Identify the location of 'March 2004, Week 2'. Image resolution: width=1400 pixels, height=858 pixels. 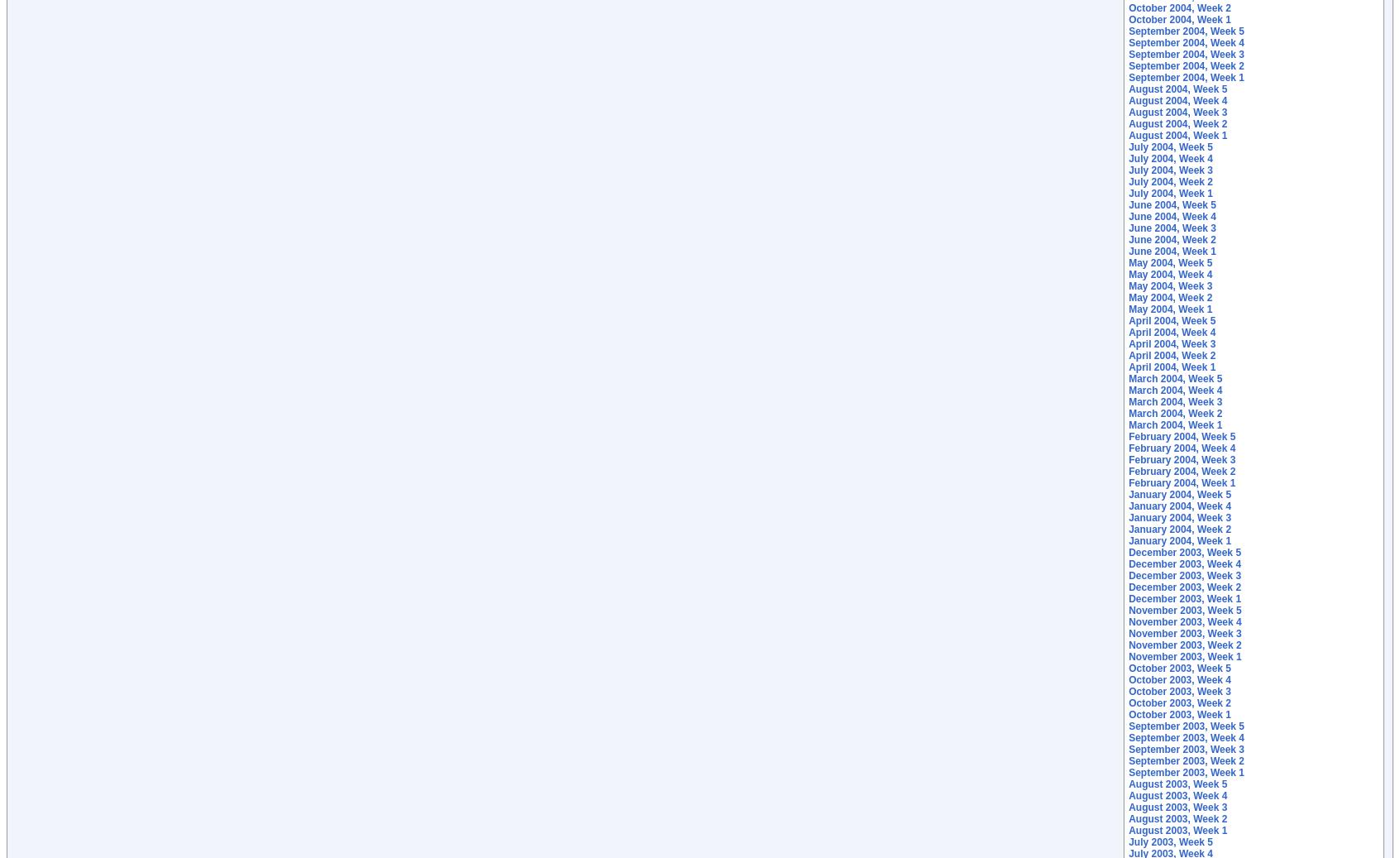
(1174, 413).